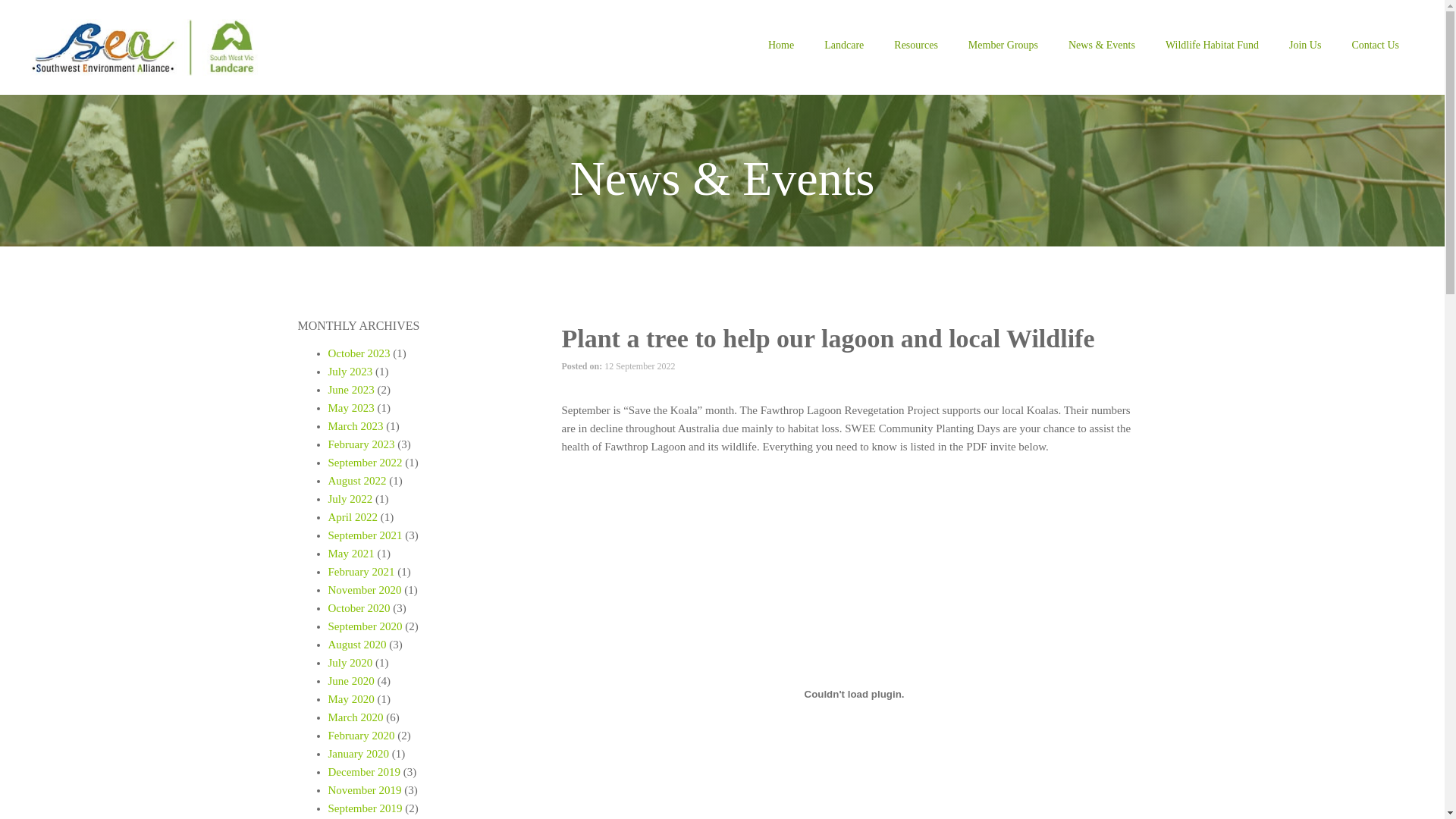 This screenshot has width=1456, height=819. What do you see at coordinates (781, 46) in the screenshot?
I see `'Home'` at bounding box center [781, 46].